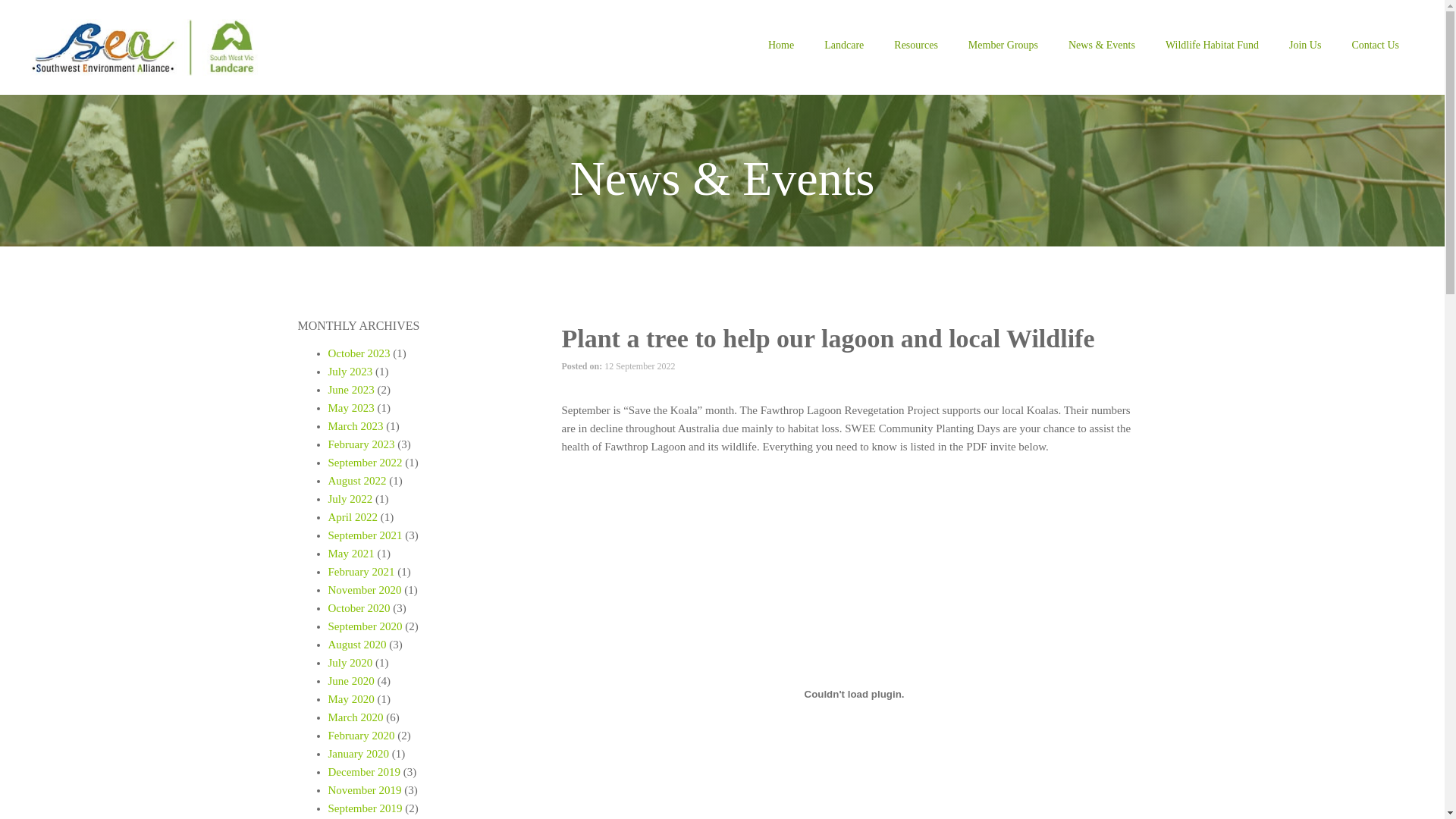 This screenshot has width=1456, height=819. What do you see at coordinates (781, 46) in the screenshot?
I see `'Home'` at bounding box center [781, 46].